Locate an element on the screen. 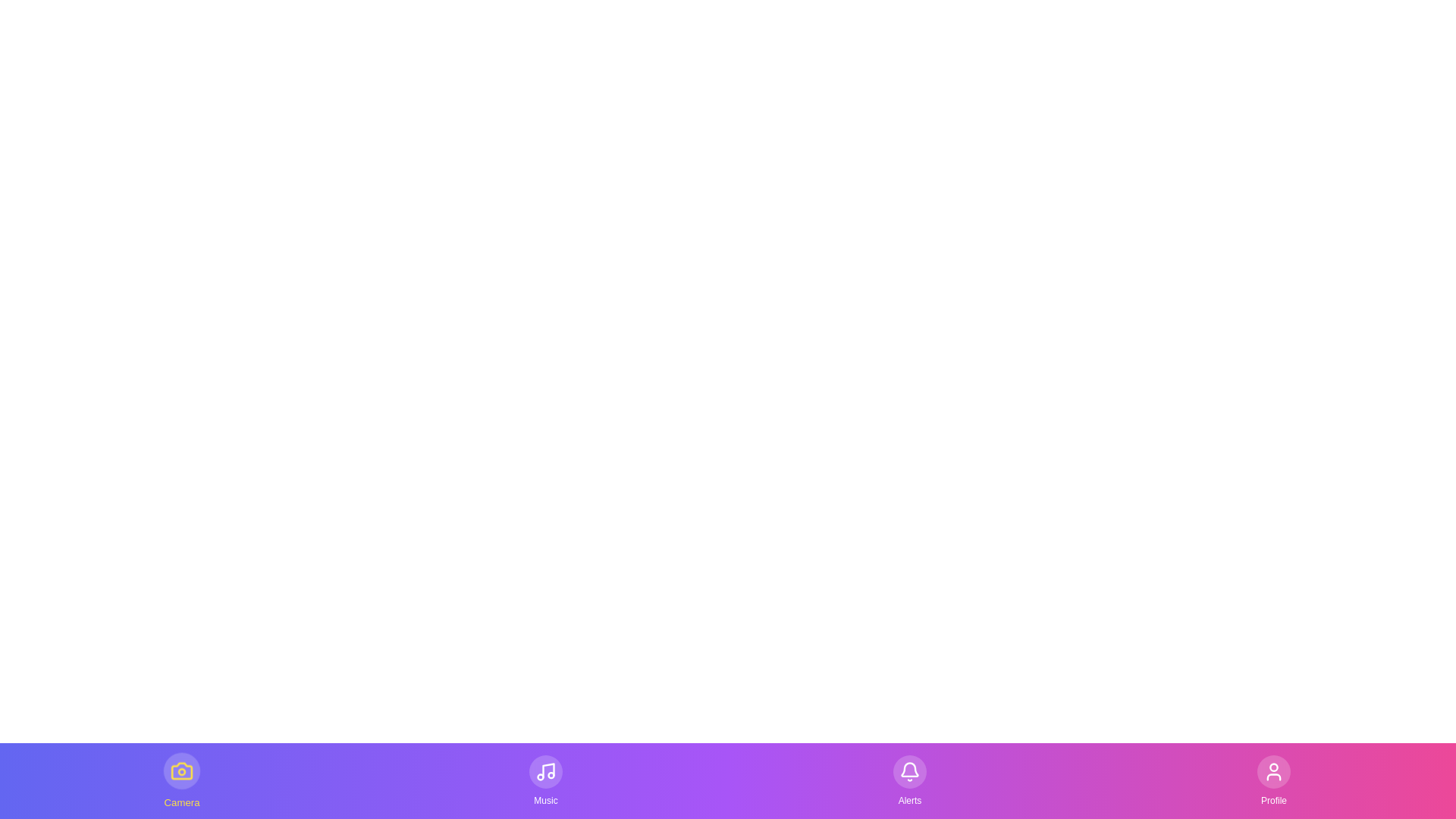  the Camera tab by clicking on its button is located at coordinates (182, 780).